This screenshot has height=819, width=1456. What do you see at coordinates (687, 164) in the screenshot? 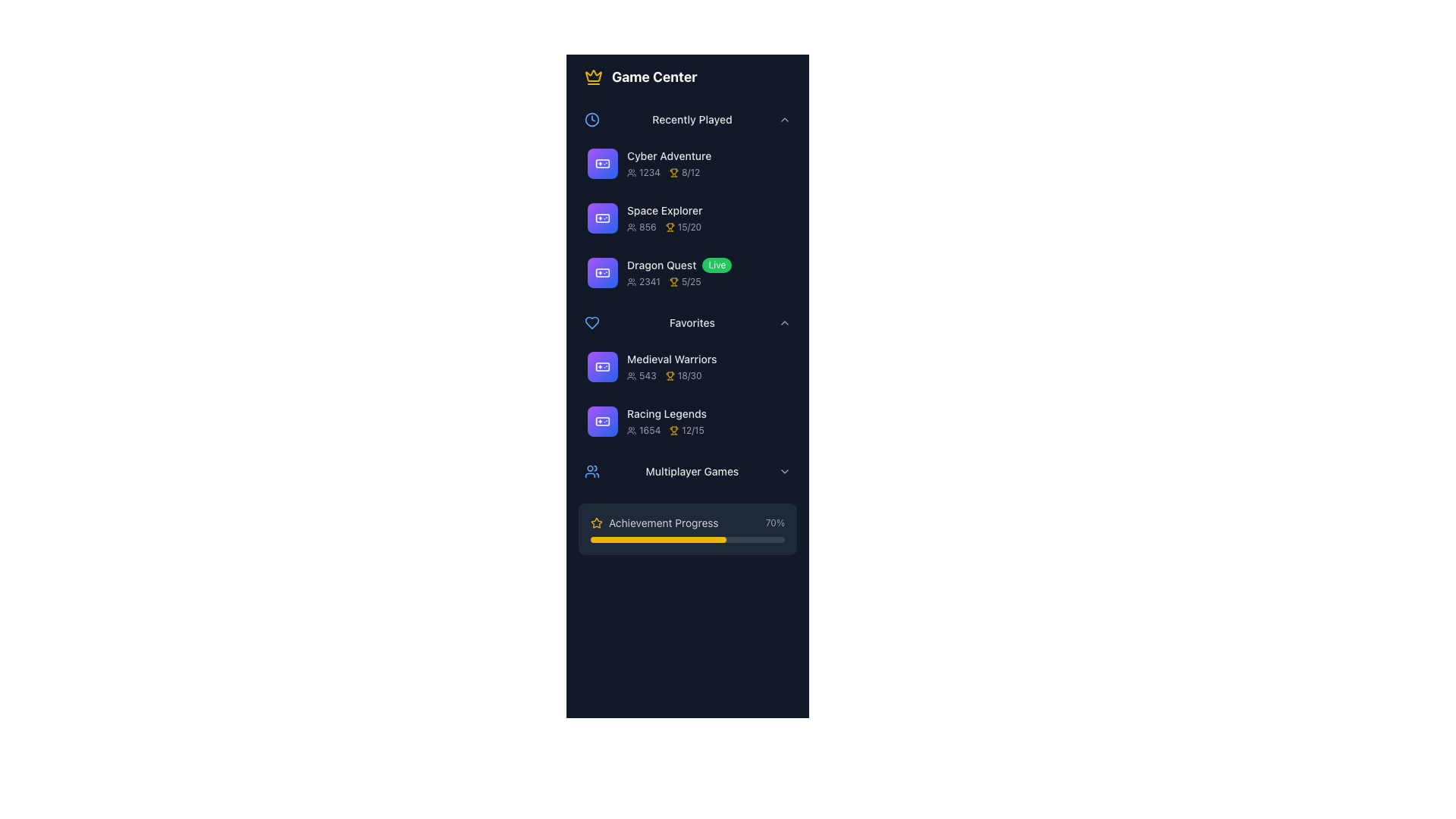
I see `the first item` at bounding box center [687, 164].